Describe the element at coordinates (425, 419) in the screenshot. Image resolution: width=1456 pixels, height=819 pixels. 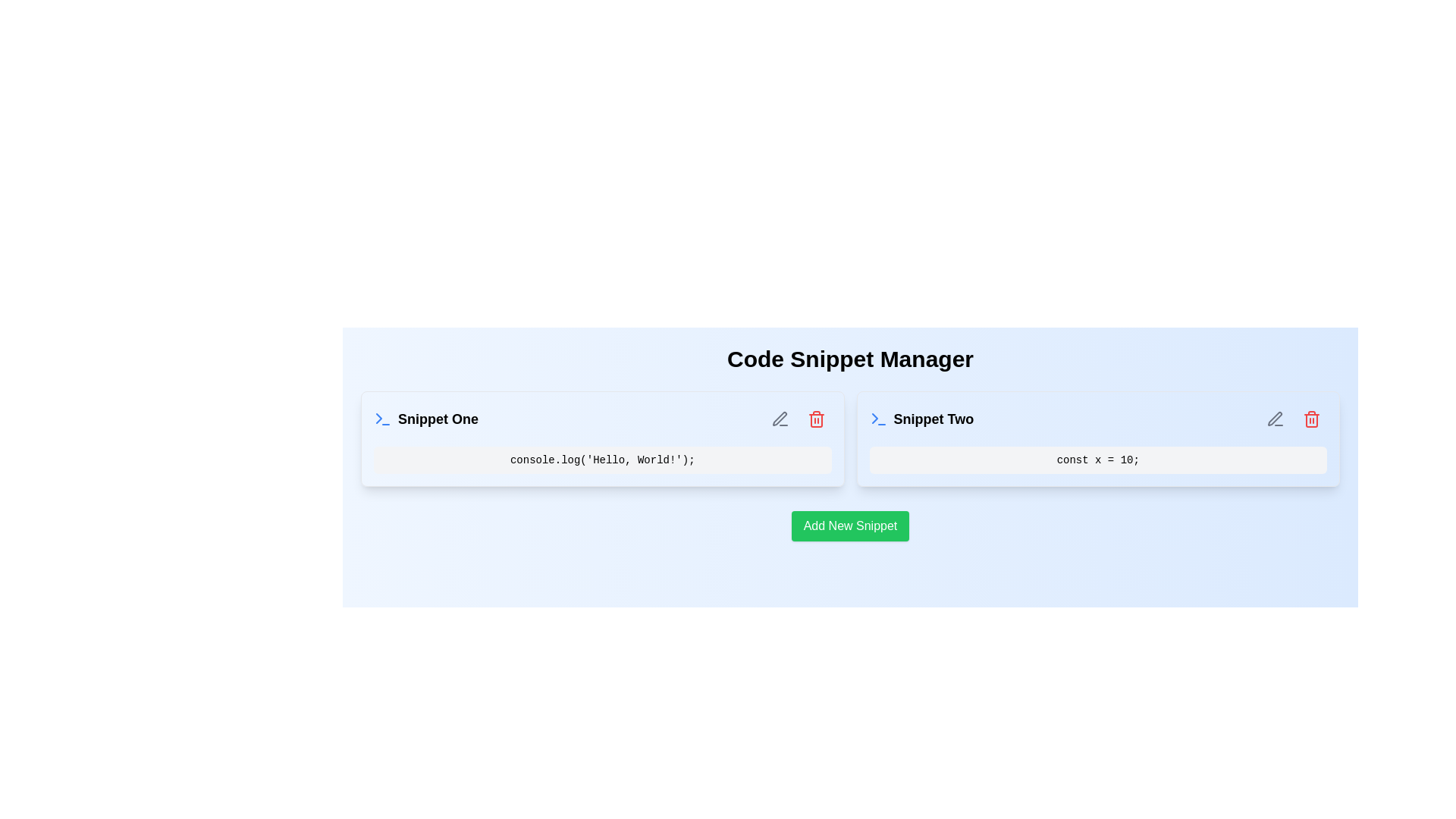
I see `the text label 'Snippet One' which is styled with bold and large font, located within the 'Code Snippet Manager' box, as the first item in the left snippet box` at that location.